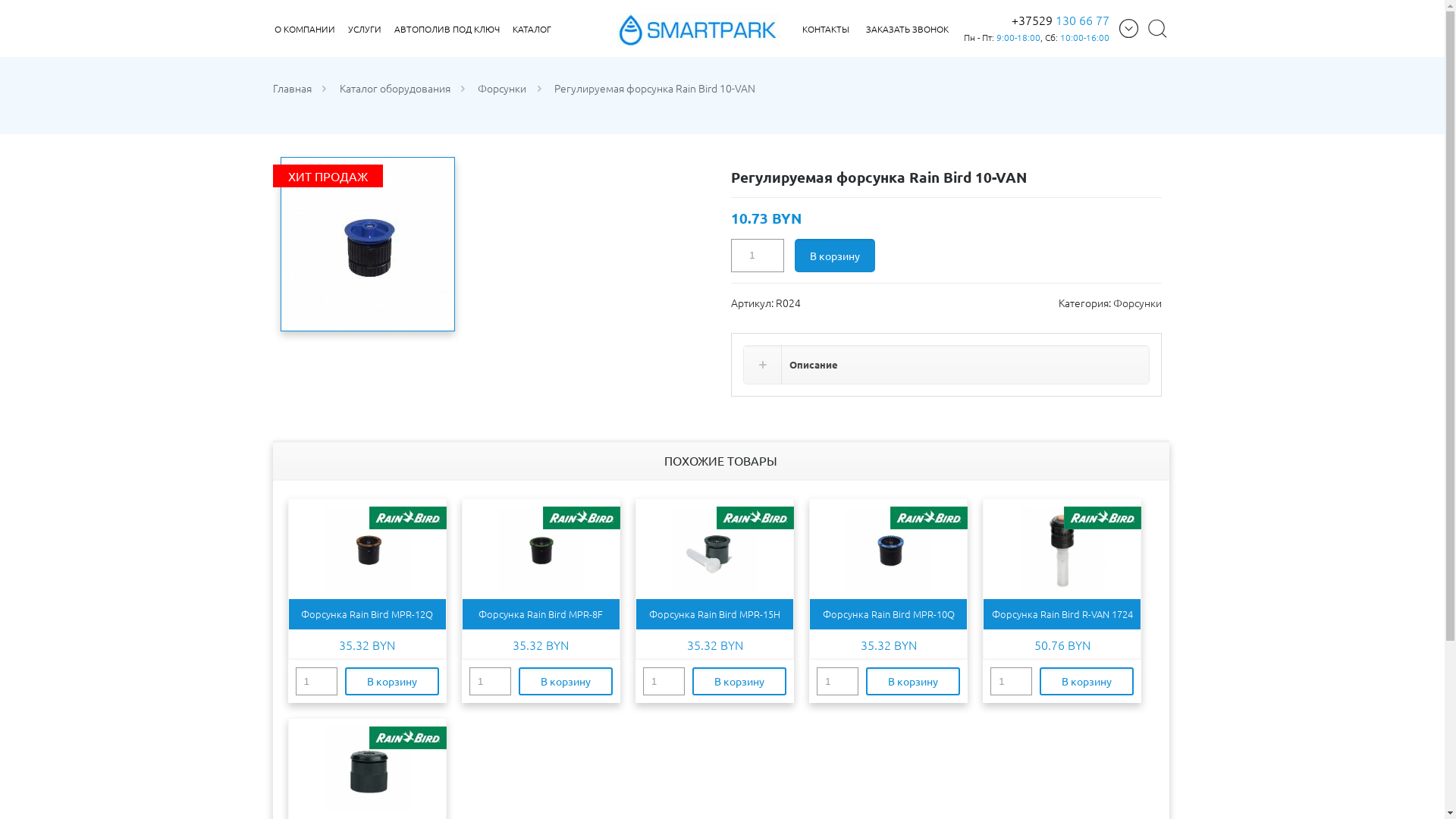  I want to click on '+37529 130 66 77', so click(1059, 20).